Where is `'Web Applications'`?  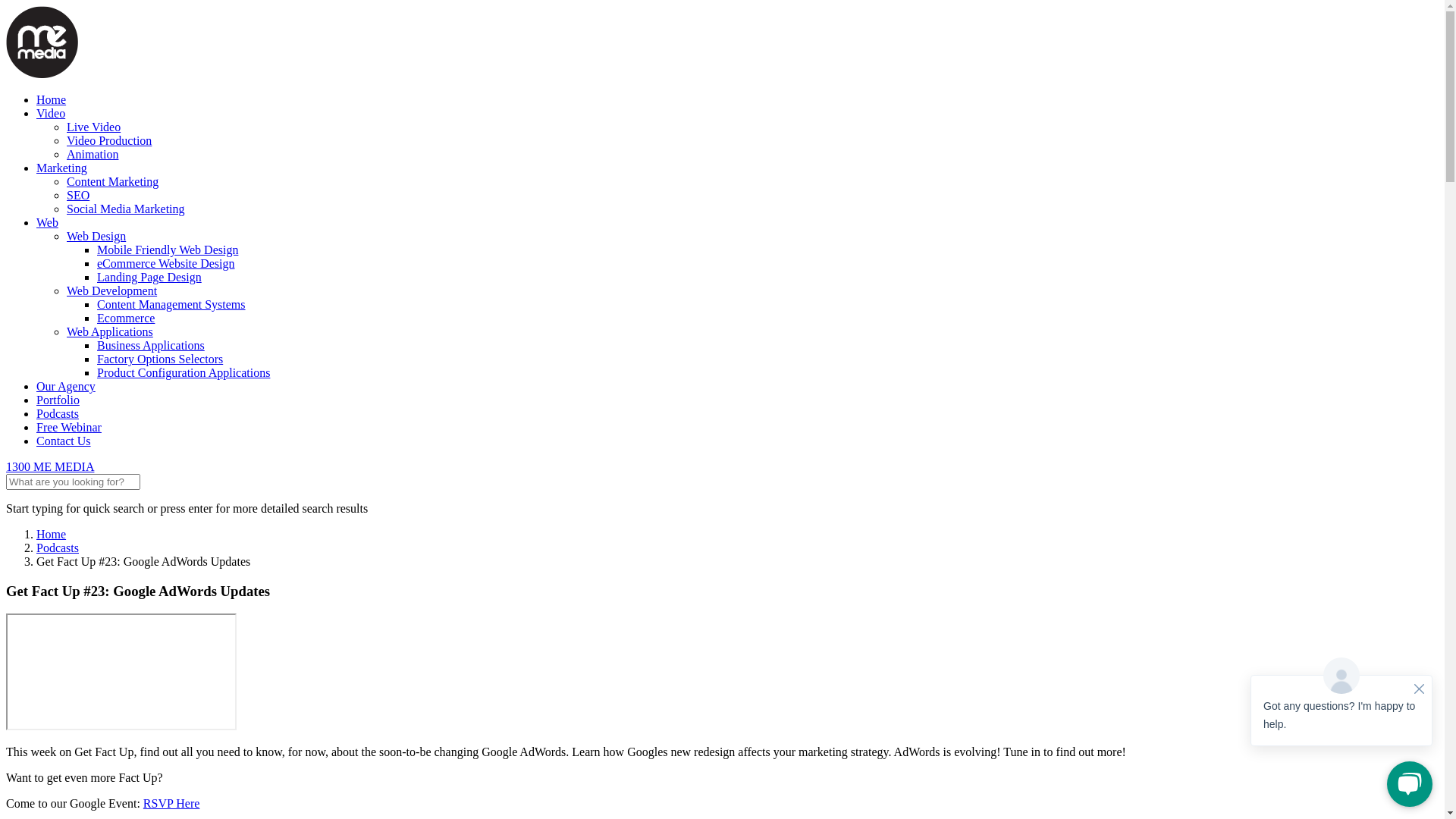 'Web Applications' is located at coordinates (108, 331).